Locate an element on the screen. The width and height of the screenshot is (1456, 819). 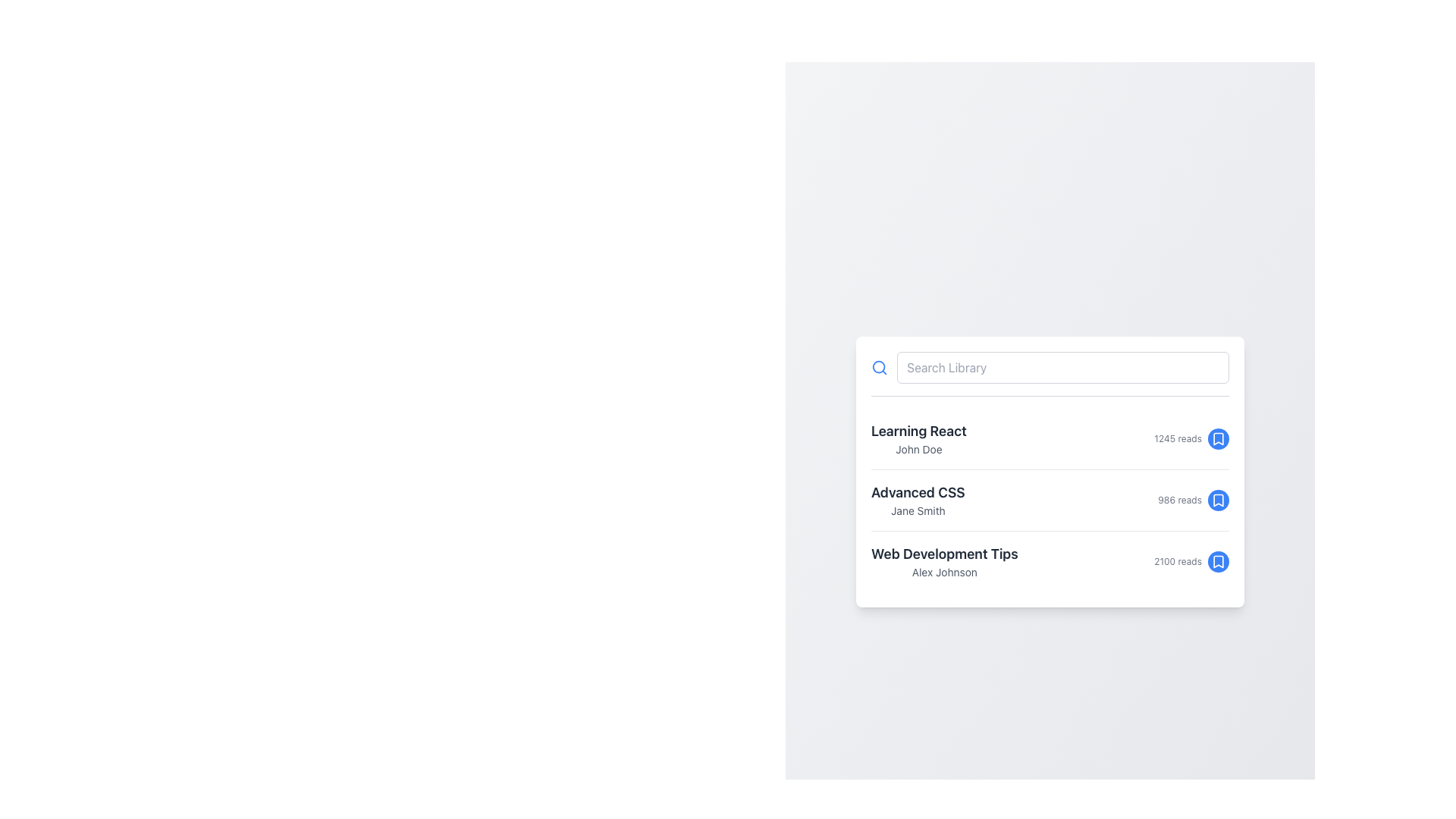
the Text Display element which shows 'Web Development Tips' as the title and 'Alex Johnson' as the subtitle is located at coordinates (943, 561).